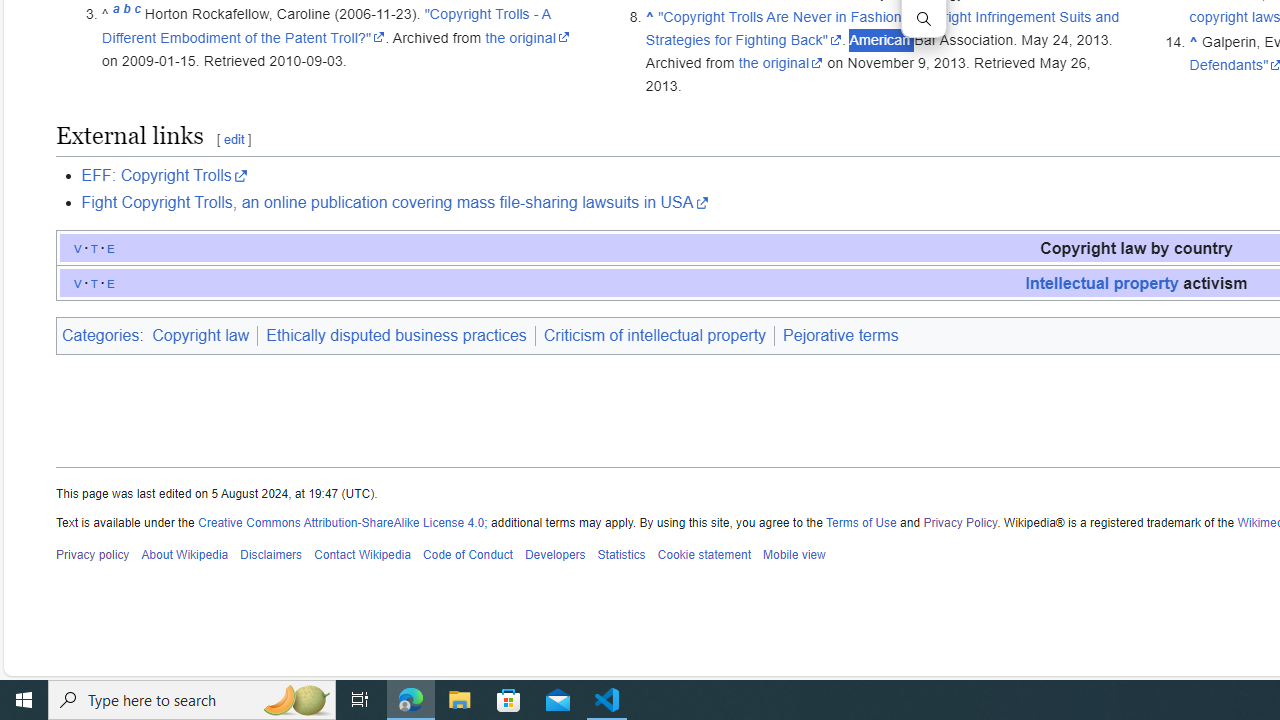  What do you see at coordinates (92, 555) in the screenshot?
I see `'Privacy policy'` at bounding box center [92, 555].